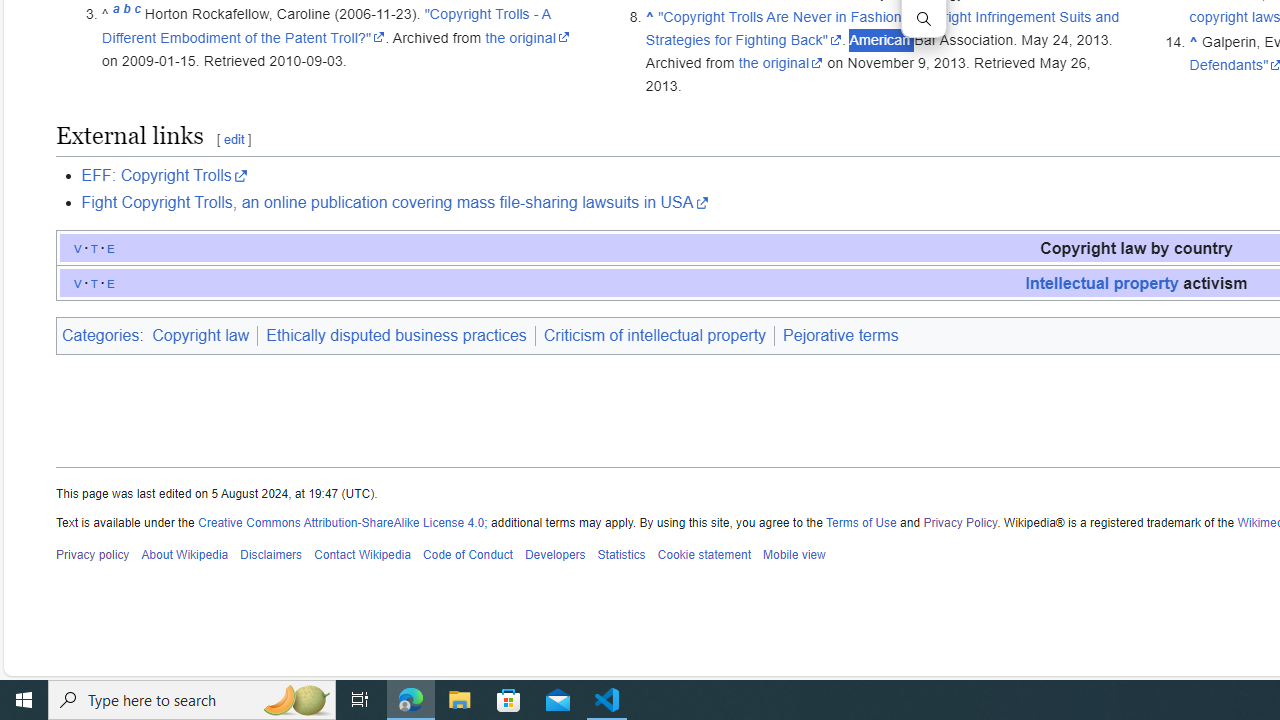  What do you see at coordinates (92, 555) in the screenshot?
I see `'Privacy policy'` at bounding box center [92, 555].